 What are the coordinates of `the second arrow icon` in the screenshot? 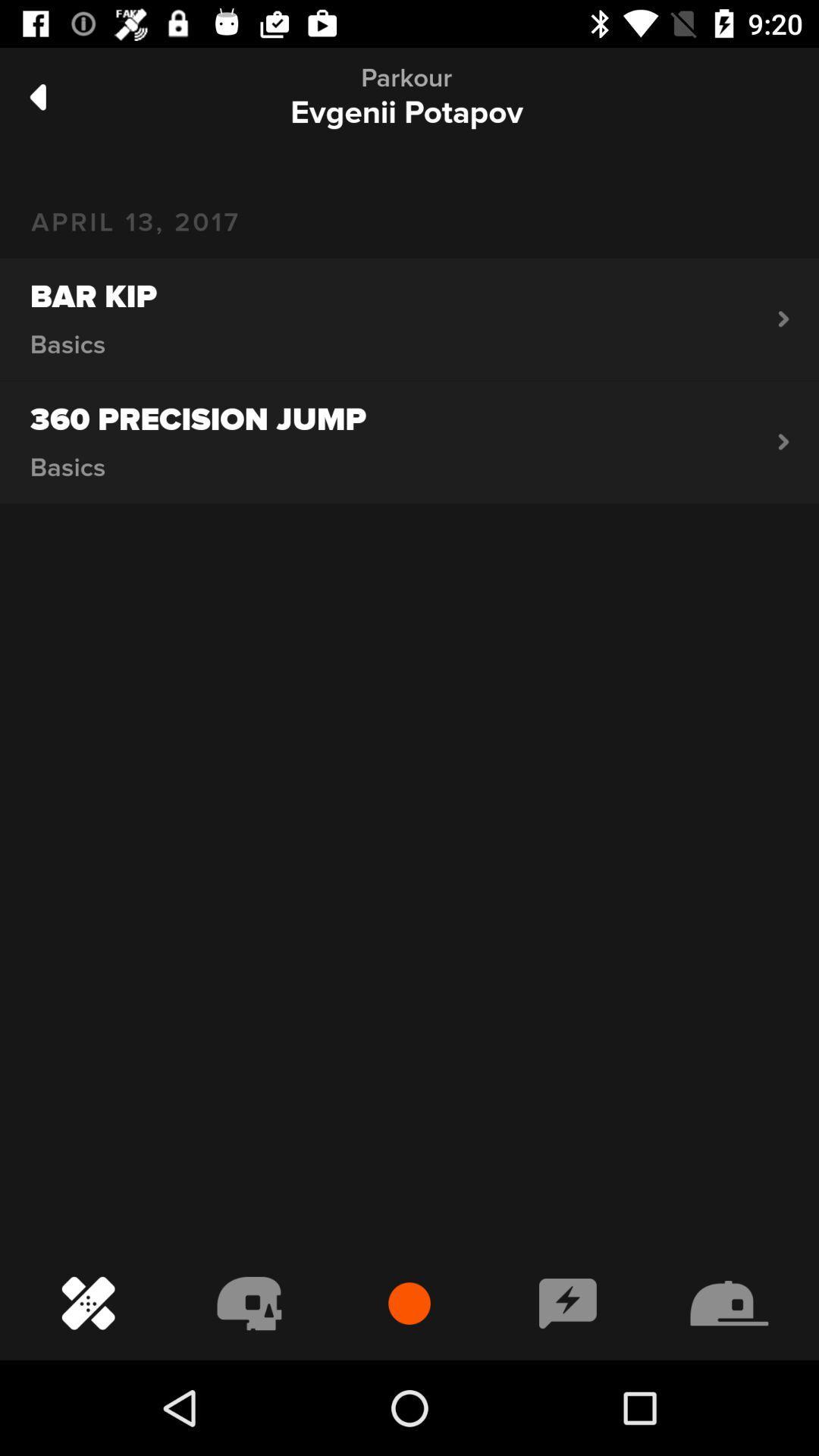 It's located at (783, 441).